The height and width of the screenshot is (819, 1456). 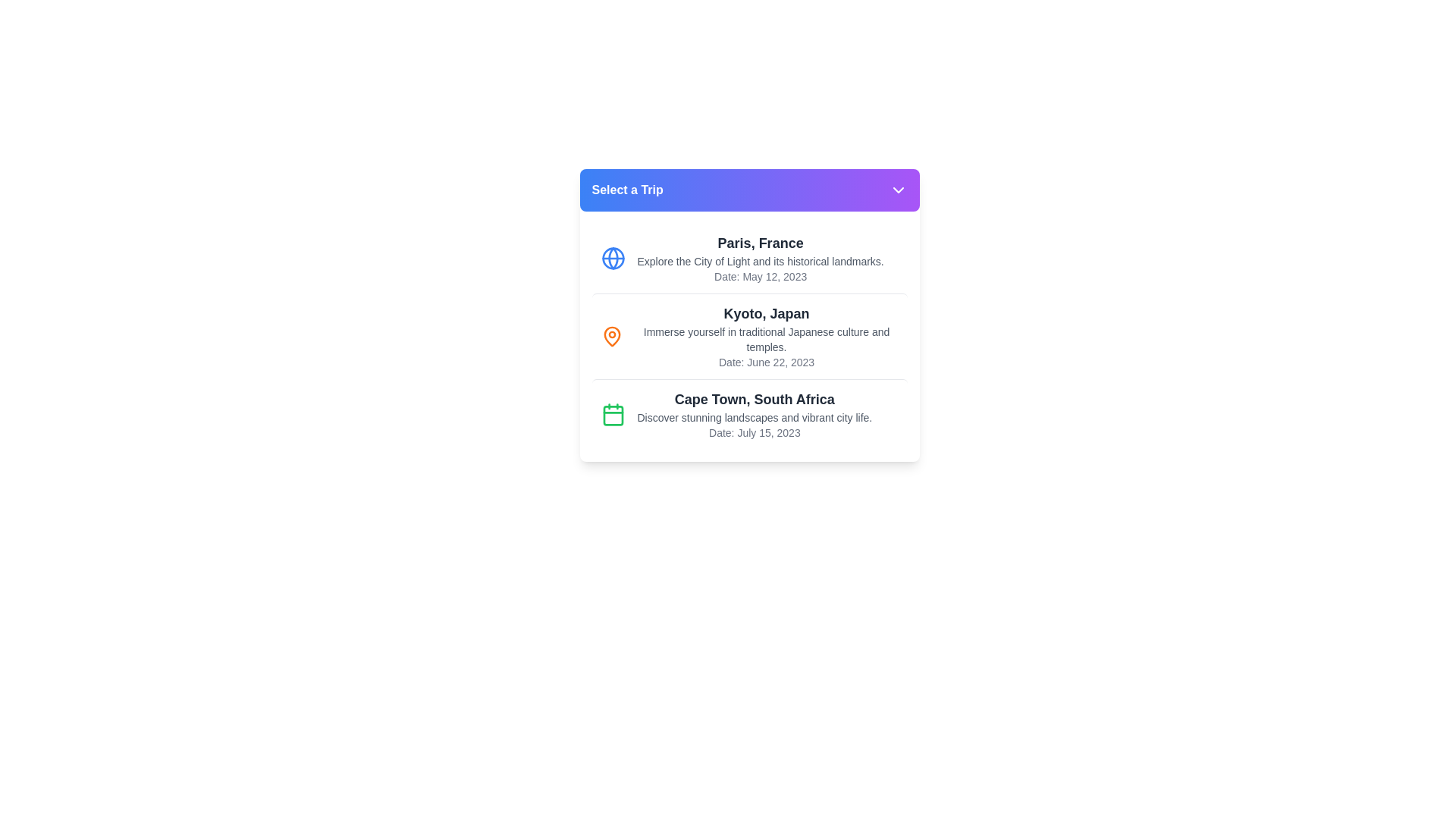 I want to click on the location icon representing 'Kyoto, Japan' in the trip options dropdown, which is positioned to the left of the text description, so click(x=611, y=335).